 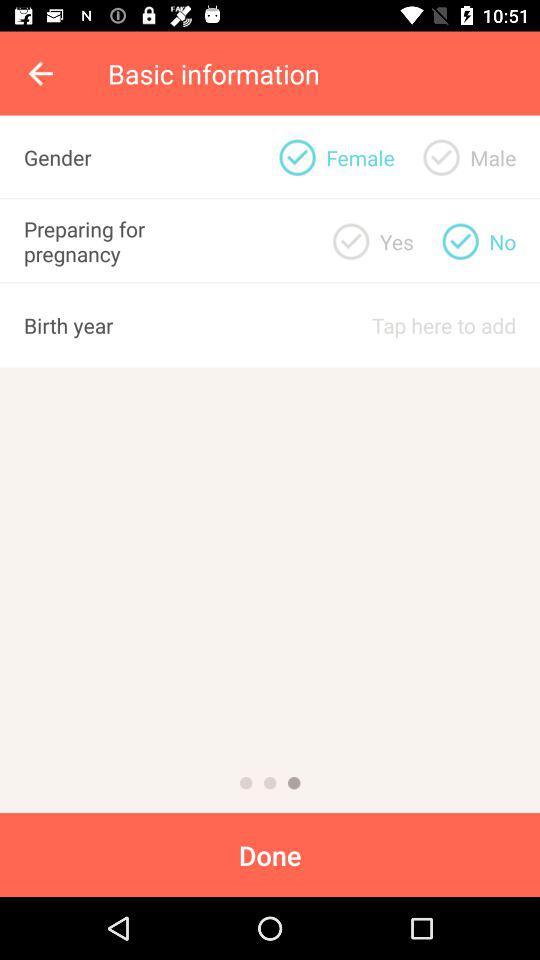 I want to click on female gender, so click(x=296, y=156).